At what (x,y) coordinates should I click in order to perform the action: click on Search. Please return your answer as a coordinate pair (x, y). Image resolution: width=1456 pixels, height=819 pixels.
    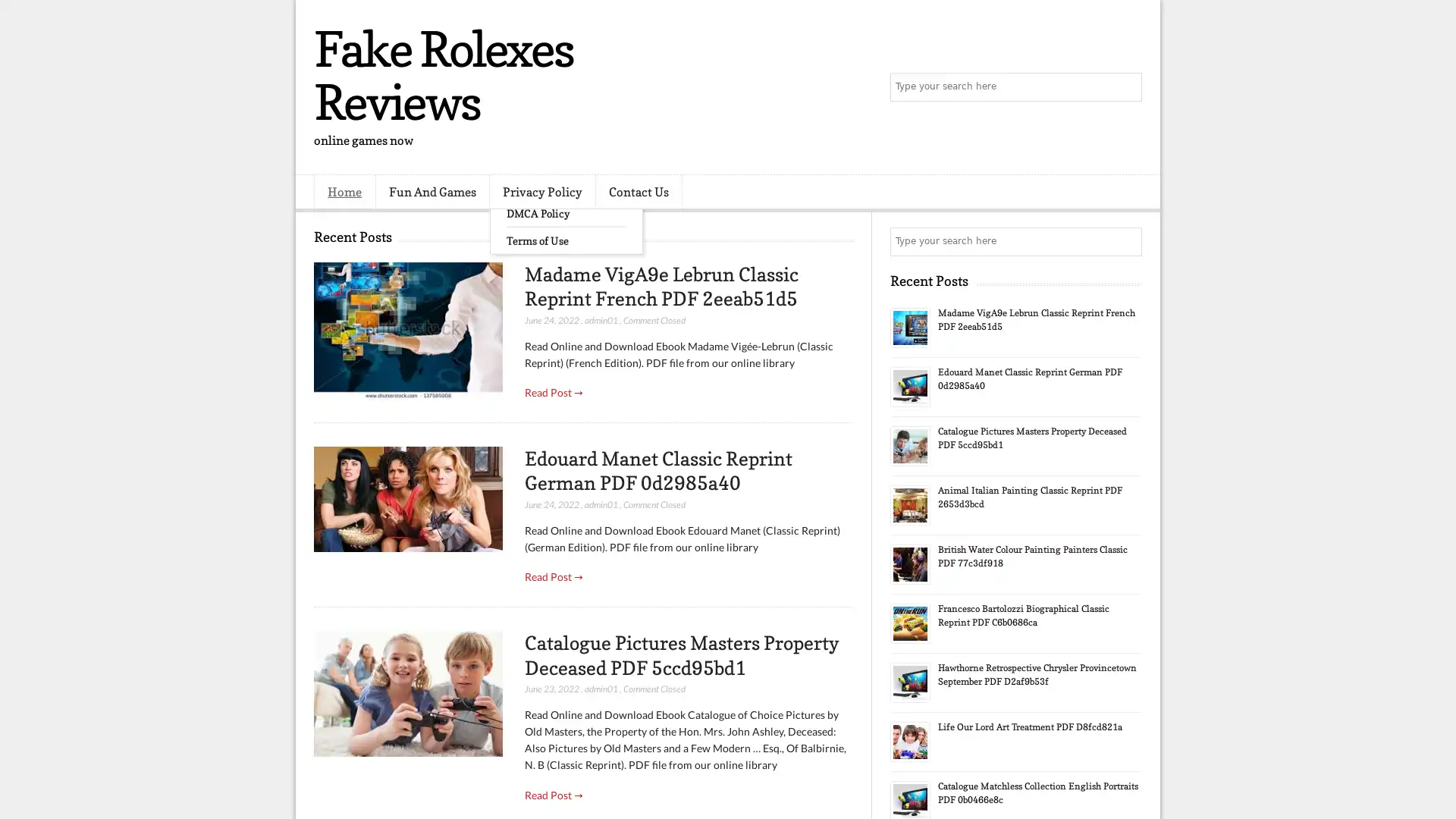
    Looking at the image, I should click on (1126, 87).